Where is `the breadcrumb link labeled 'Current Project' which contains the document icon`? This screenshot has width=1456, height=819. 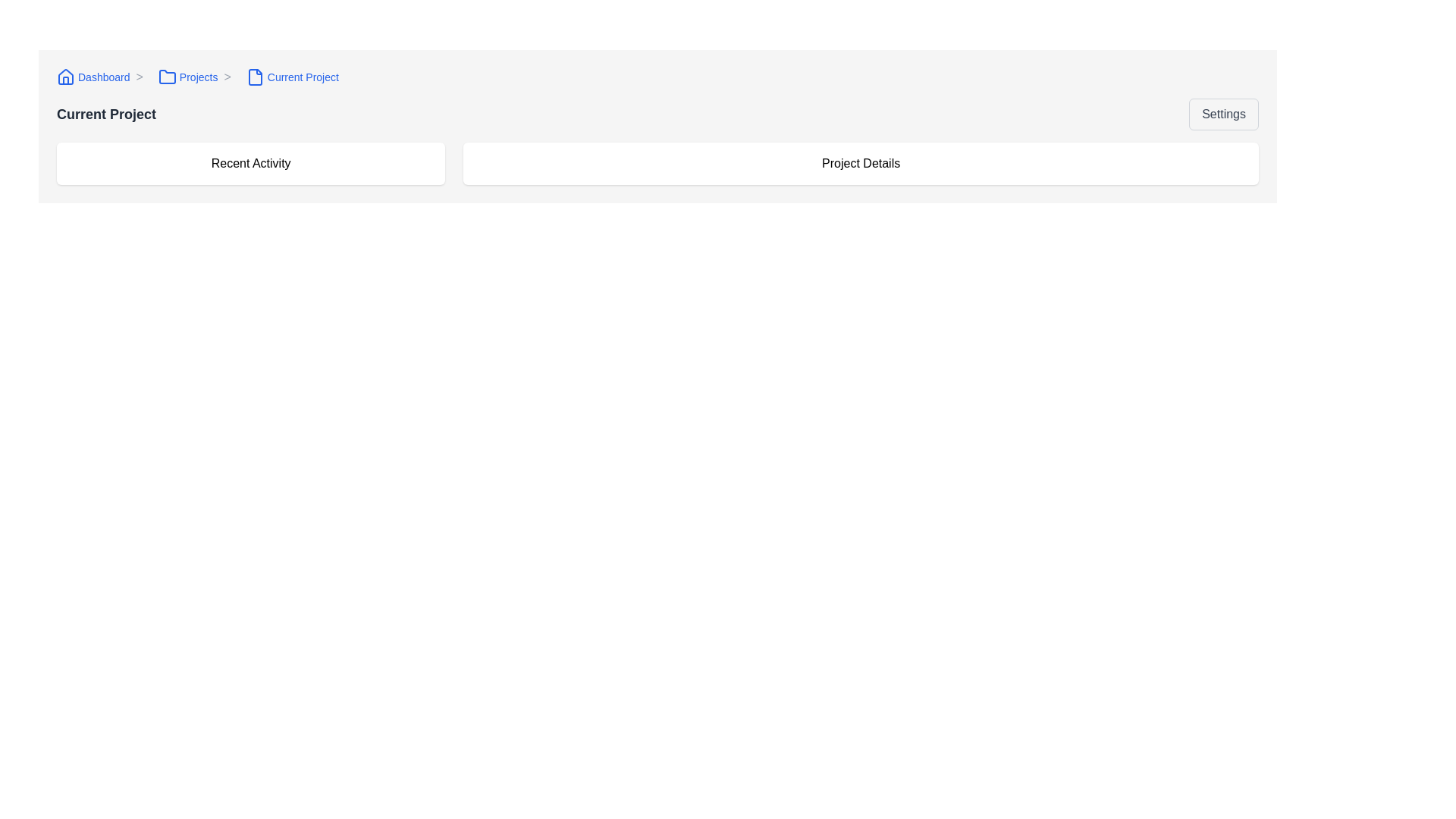
the breadcrumb link labeled 'Current Project' which contains the document icon is located at coordinates (255, 77).